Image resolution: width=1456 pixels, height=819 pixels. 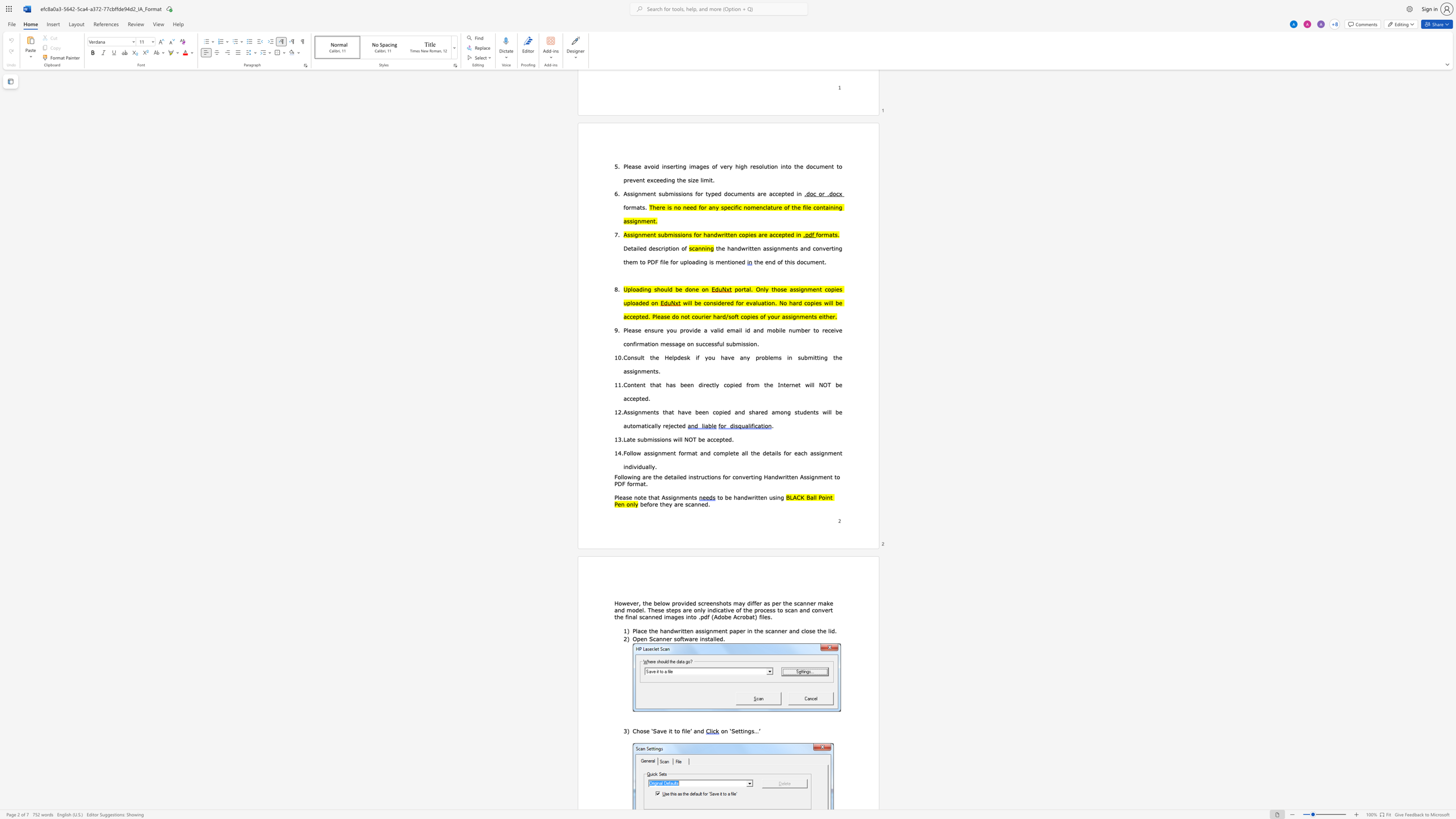 What do you see at coordinates (641, 466) in the screenshot?
I see `the space between the continuous character "d" and "u" in the text` at bounding box center [641, 466].